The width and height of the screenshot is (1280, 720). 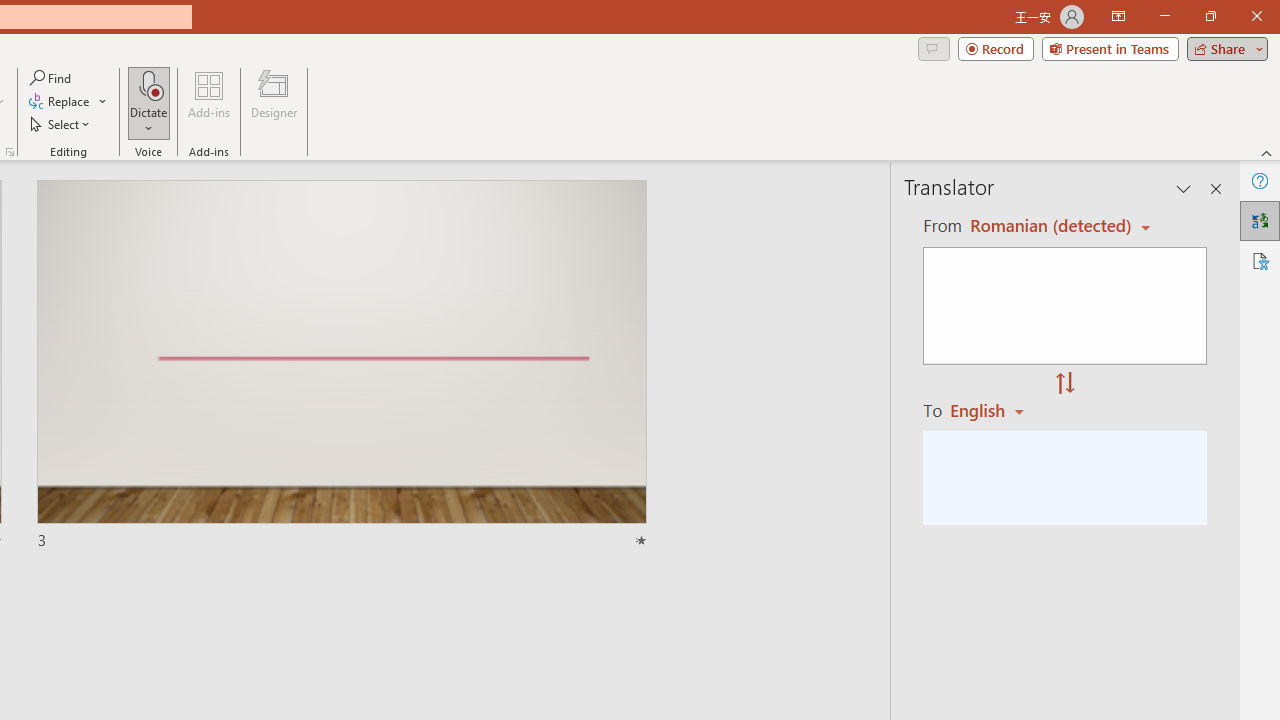 I want to click on 'Czech (detected)', so click(x=1046, y=225).